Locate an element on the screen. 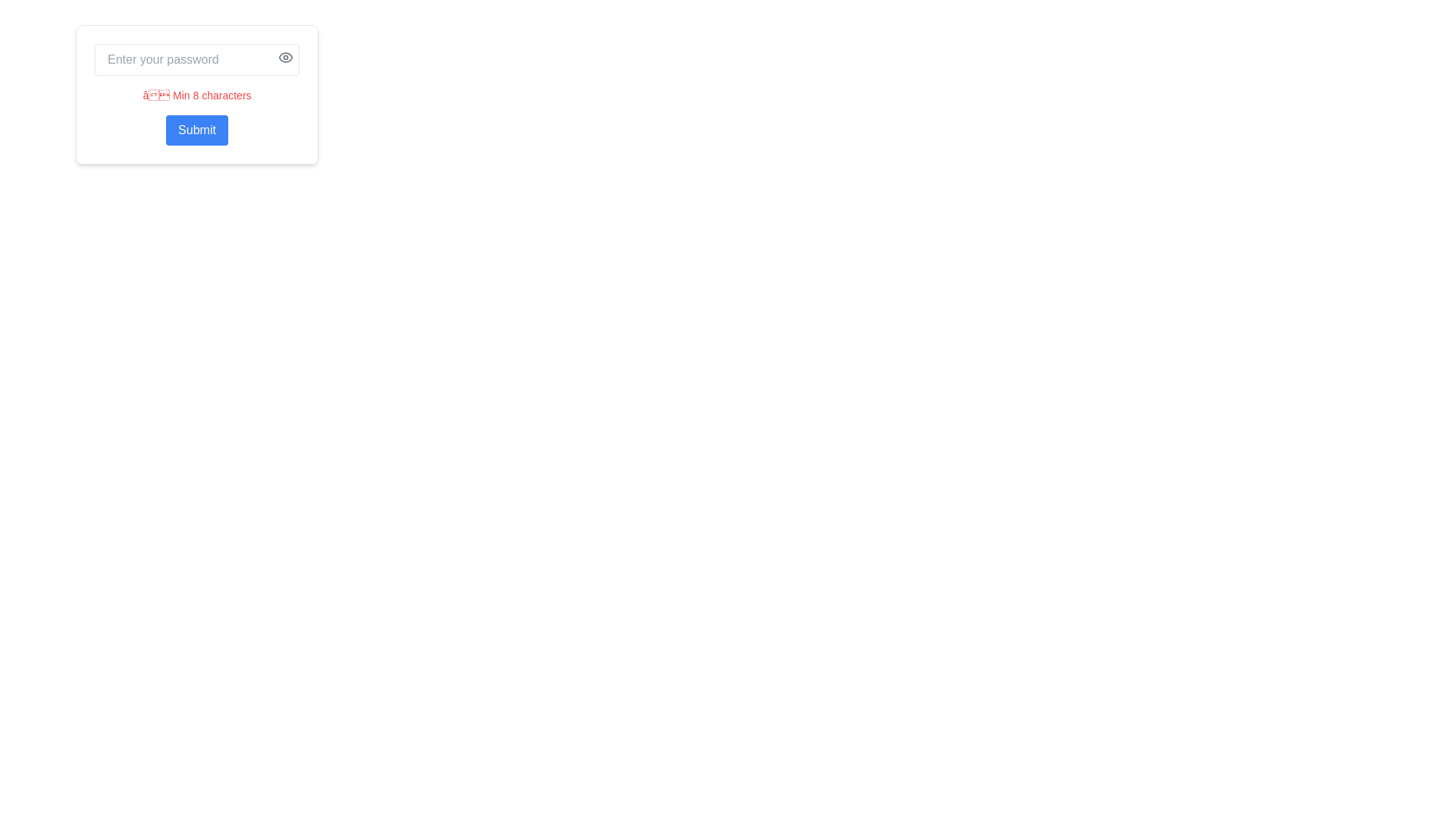  the blue 'Submit' button with rounded corners for keyboard interactions is located at coordinates (196, 130).